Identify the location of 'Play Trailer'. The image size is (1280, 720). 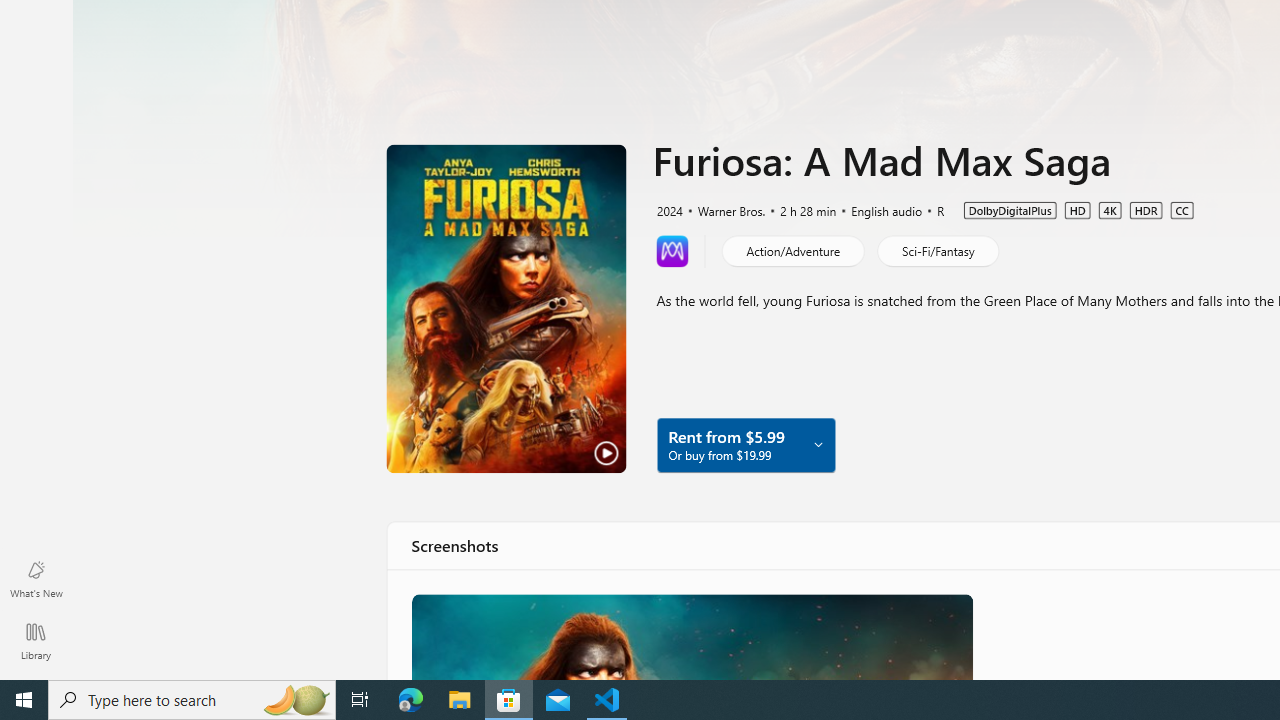
(506, 308).